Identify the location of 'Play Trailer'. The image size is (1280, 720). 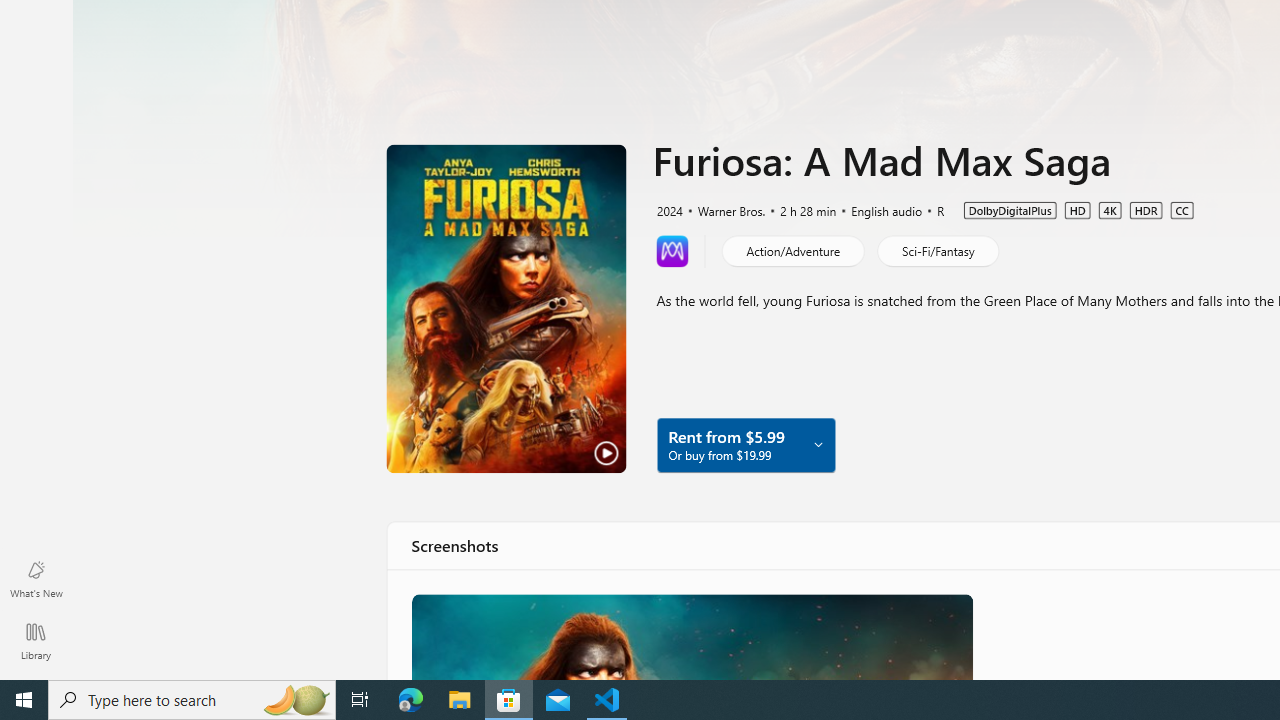
(506, 308).